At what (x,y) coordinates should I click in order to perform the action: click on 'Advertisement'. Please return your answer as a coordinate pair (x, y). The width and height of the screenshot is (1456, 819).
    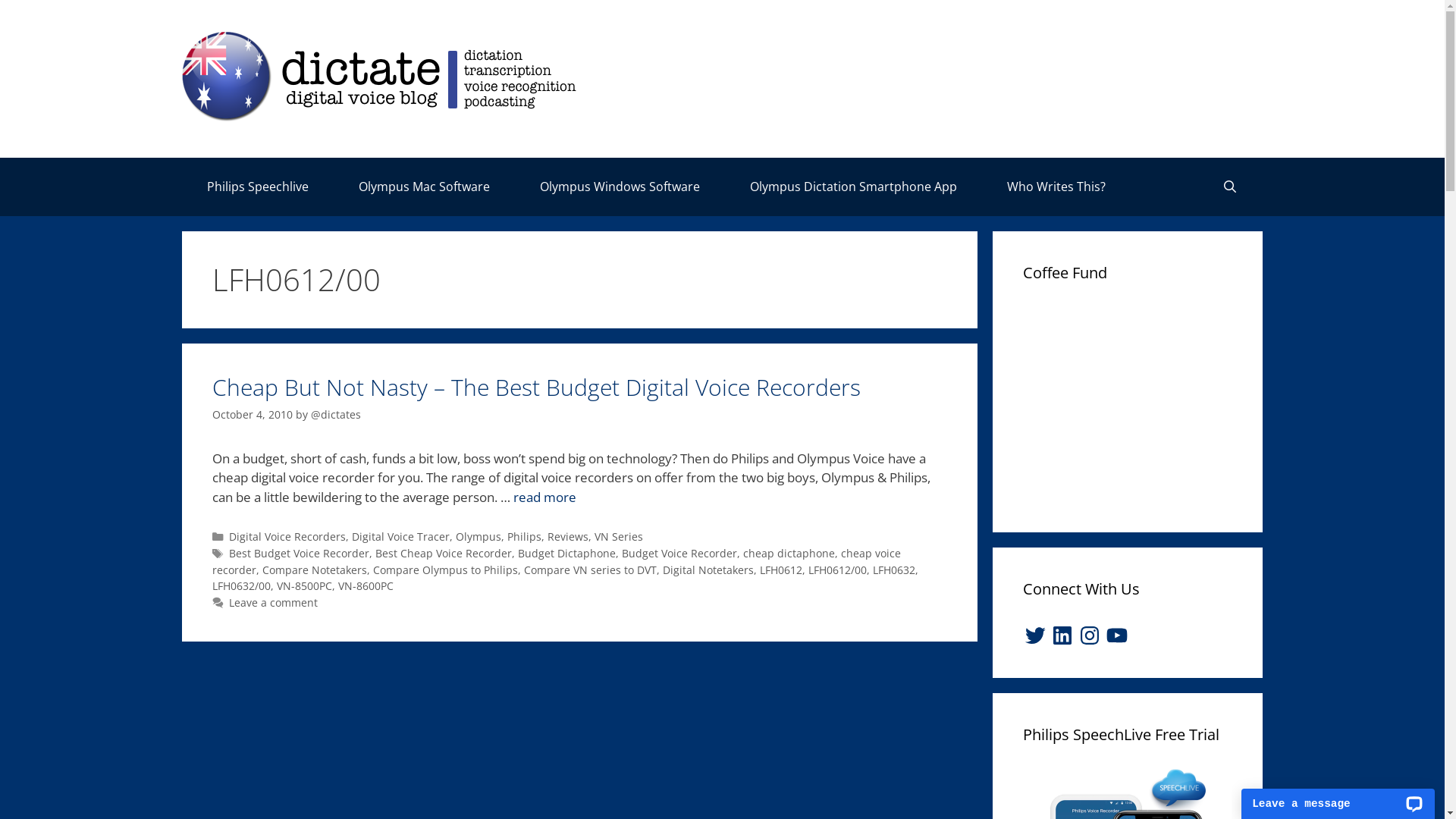
    Looking at the image, I should click on (1136, 400).